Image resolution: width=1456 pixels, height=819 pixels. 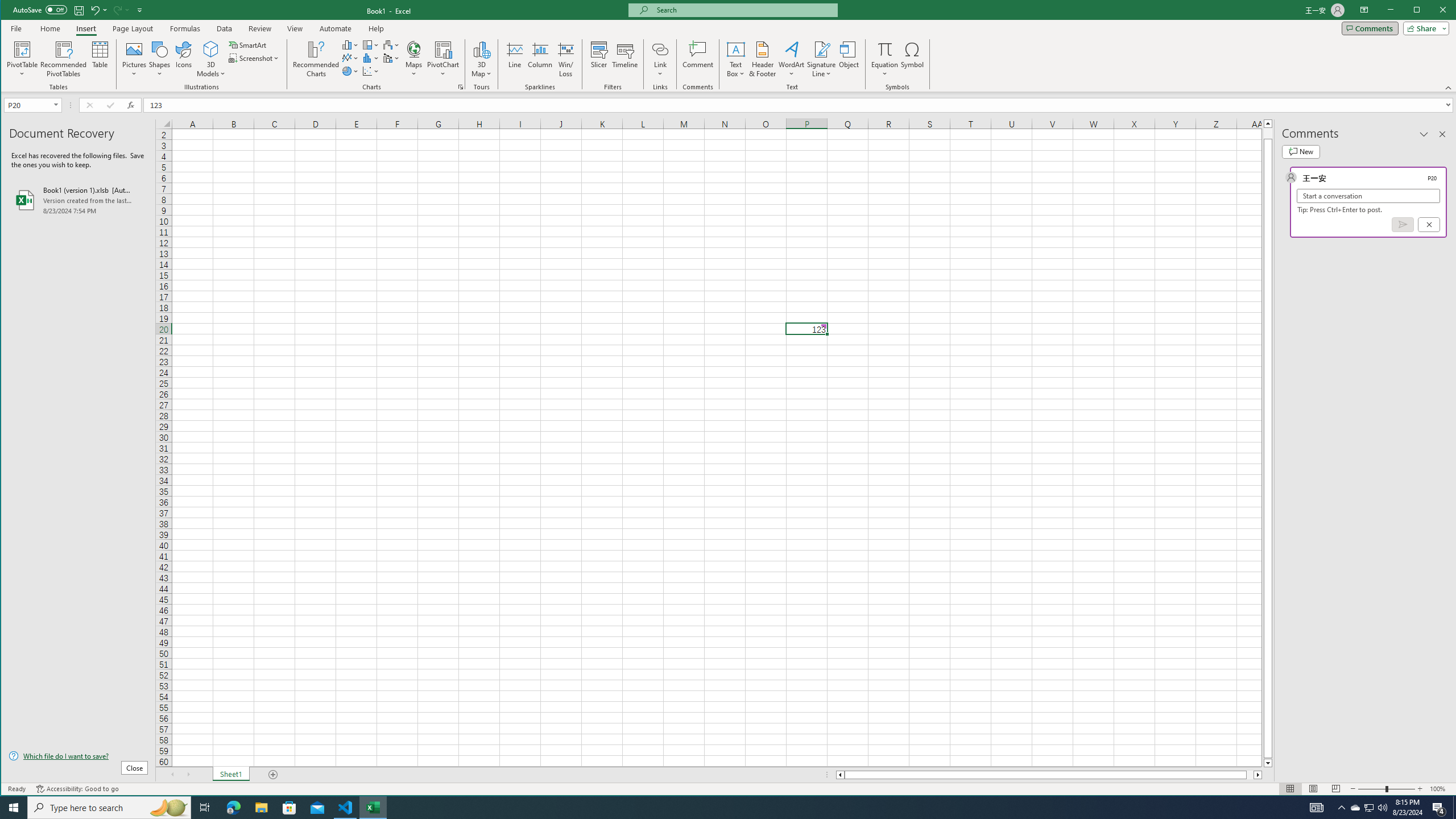 I want to click on 'Timeline', so click(x=624, y=59).